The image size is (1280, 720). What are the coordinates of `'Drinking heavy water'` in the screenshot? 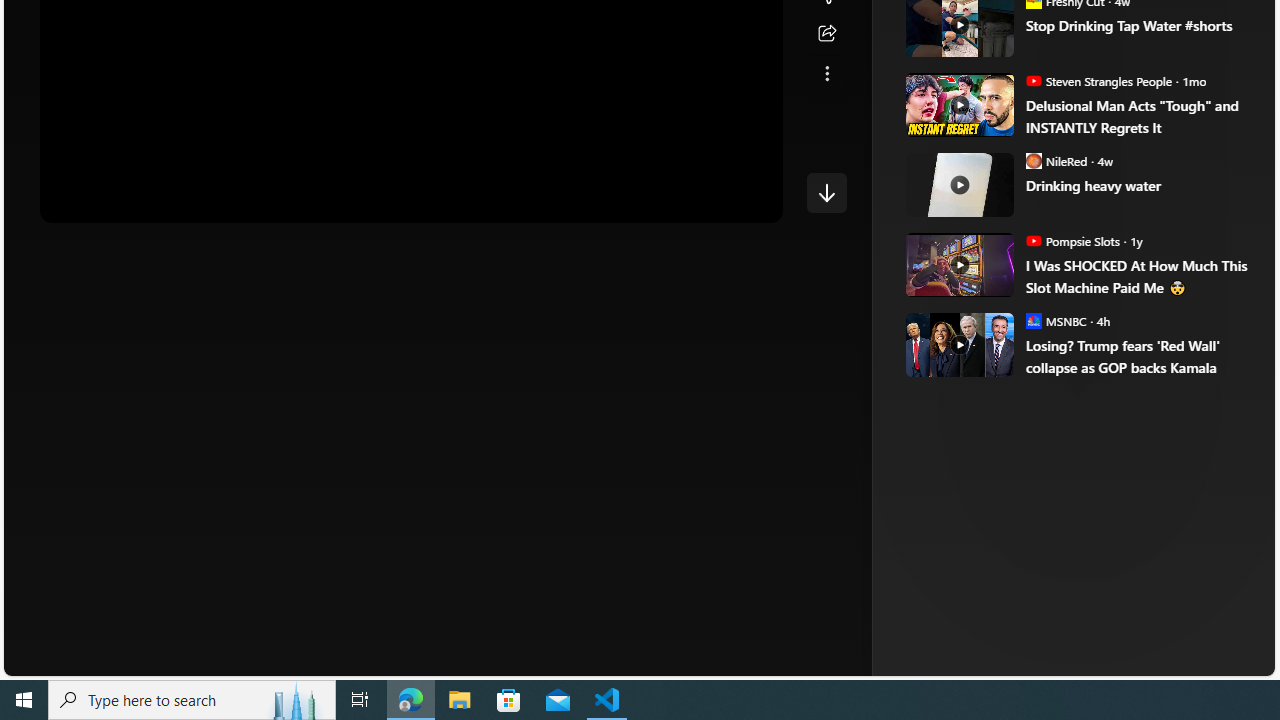 It's located at (1136, 185).